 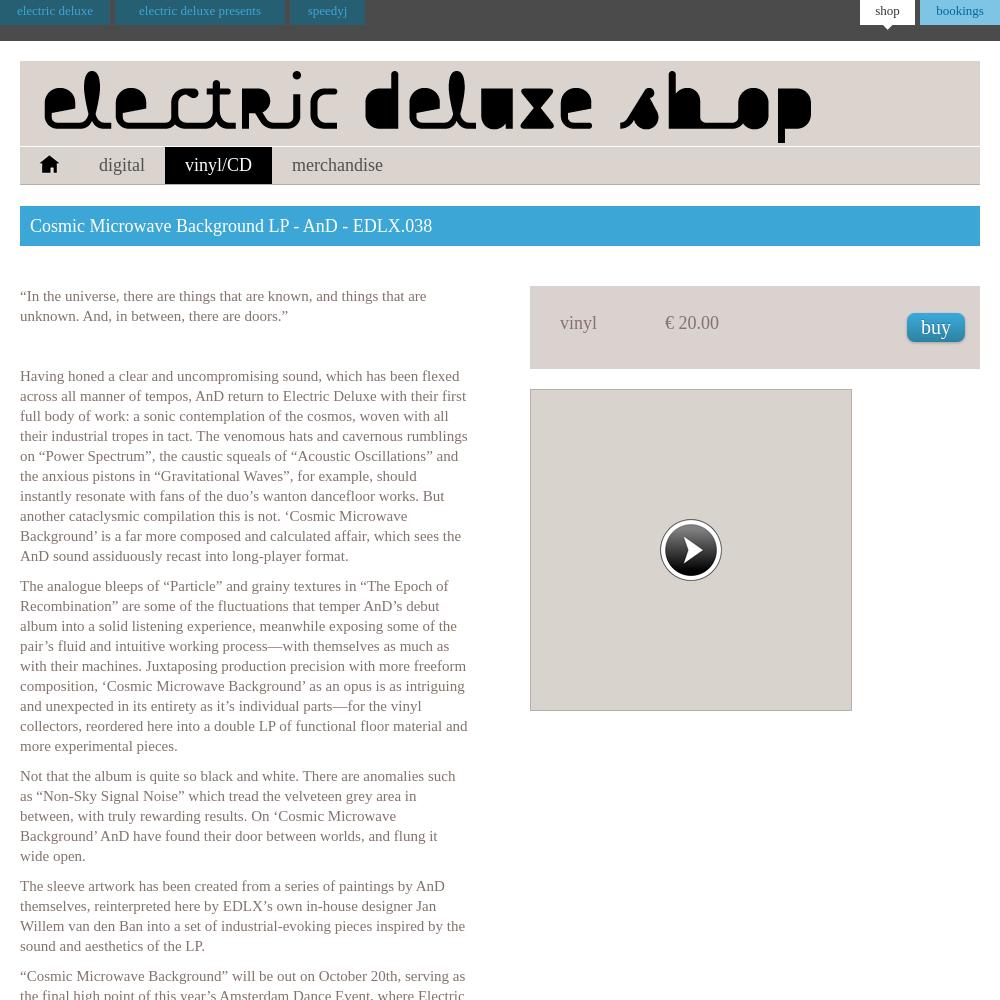 I want to click on '“In the universe, there are things that are known, and things that are unknown. And, in between, there are doors.”', so click(x=222, y=306).